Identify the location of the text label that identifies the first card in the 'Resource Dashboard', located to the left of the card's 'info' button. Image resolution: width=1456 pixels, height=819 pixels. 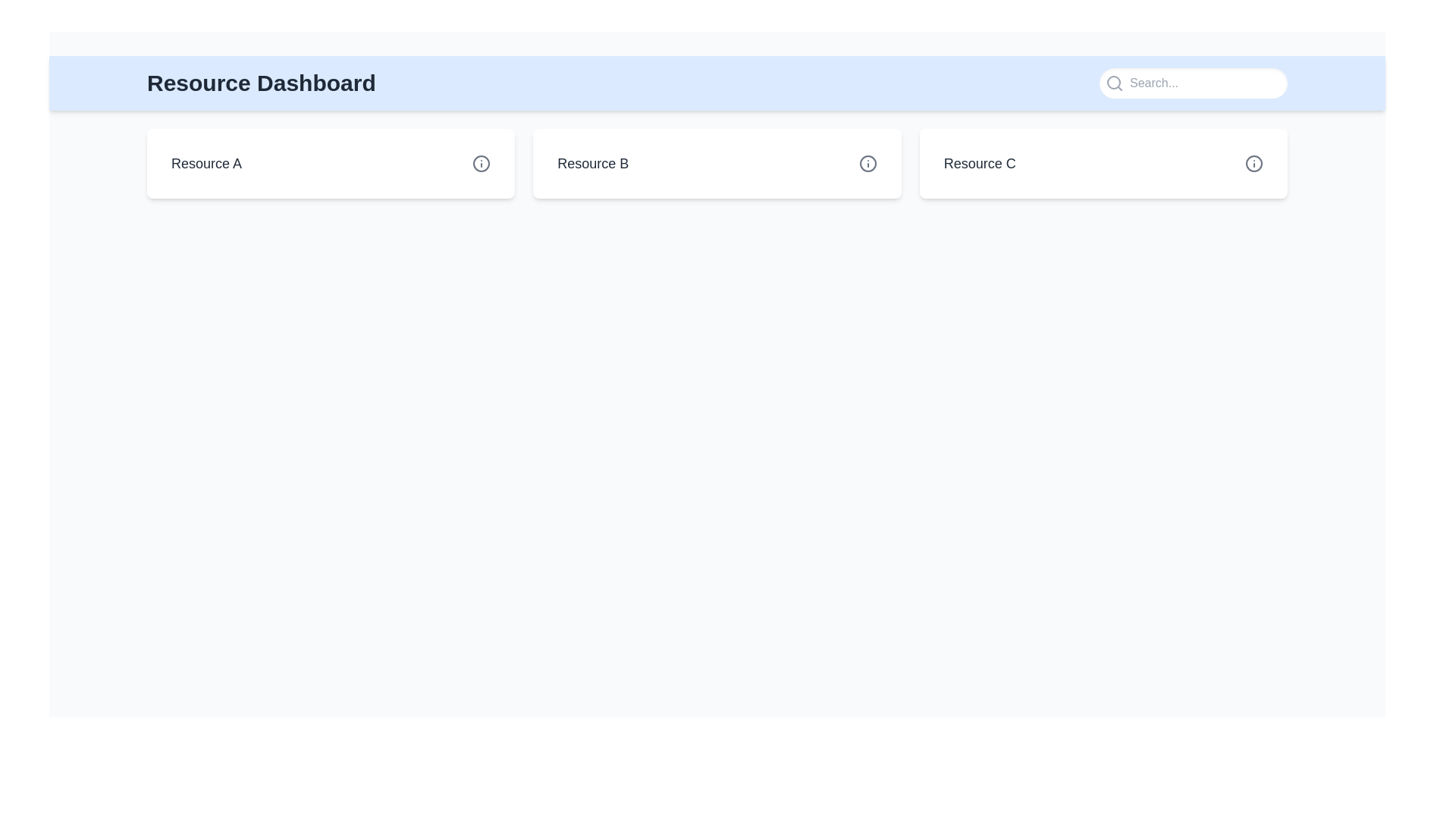
(206, 164).